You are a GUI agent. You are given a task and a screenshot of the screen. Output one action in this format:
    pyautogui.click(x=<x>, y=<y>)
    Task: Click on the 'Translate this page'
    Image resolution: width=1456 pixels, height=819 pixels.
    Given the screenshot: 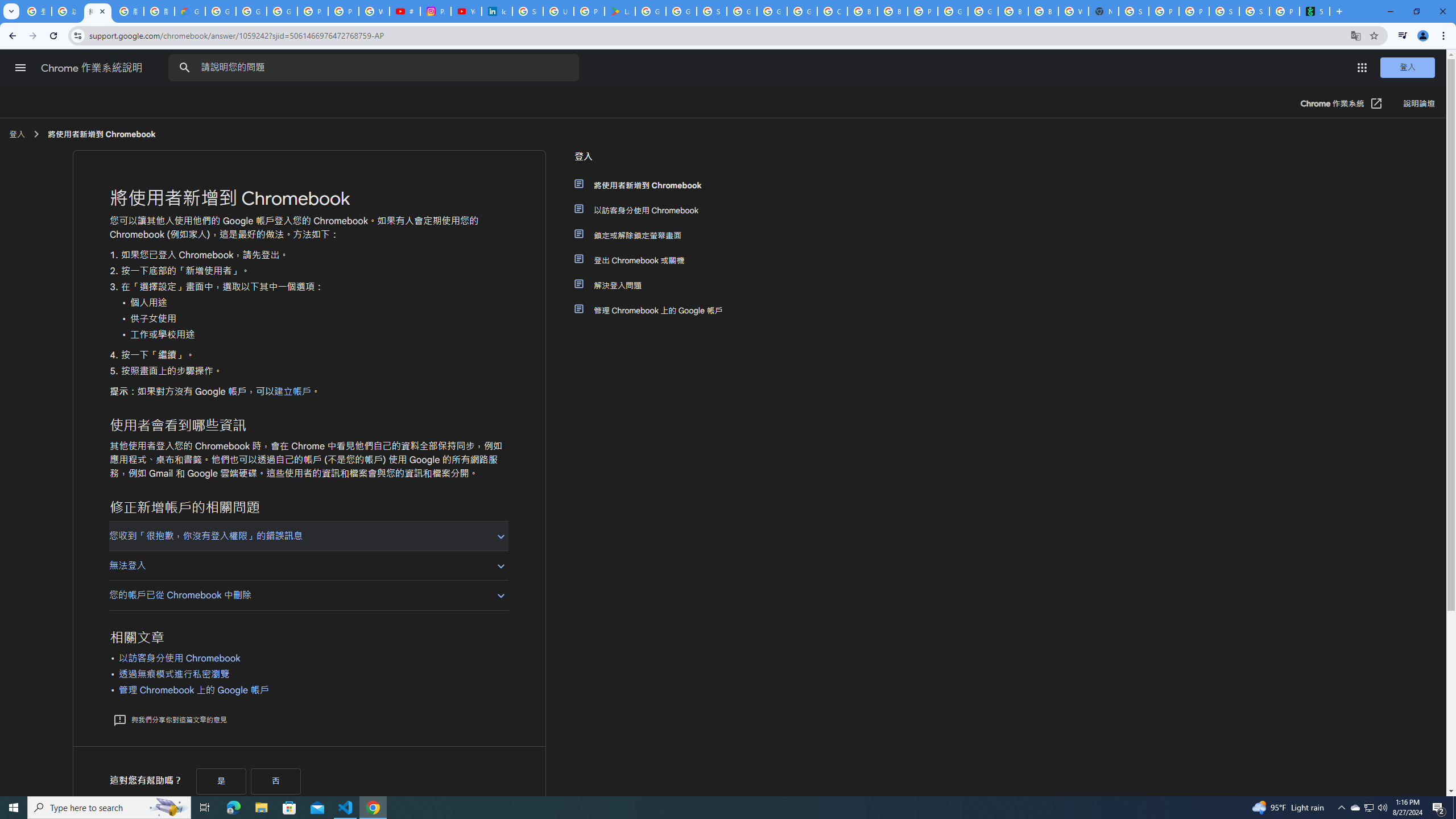 What is the action you would take?
    pyautogui.click(x=1356, y=35)
    